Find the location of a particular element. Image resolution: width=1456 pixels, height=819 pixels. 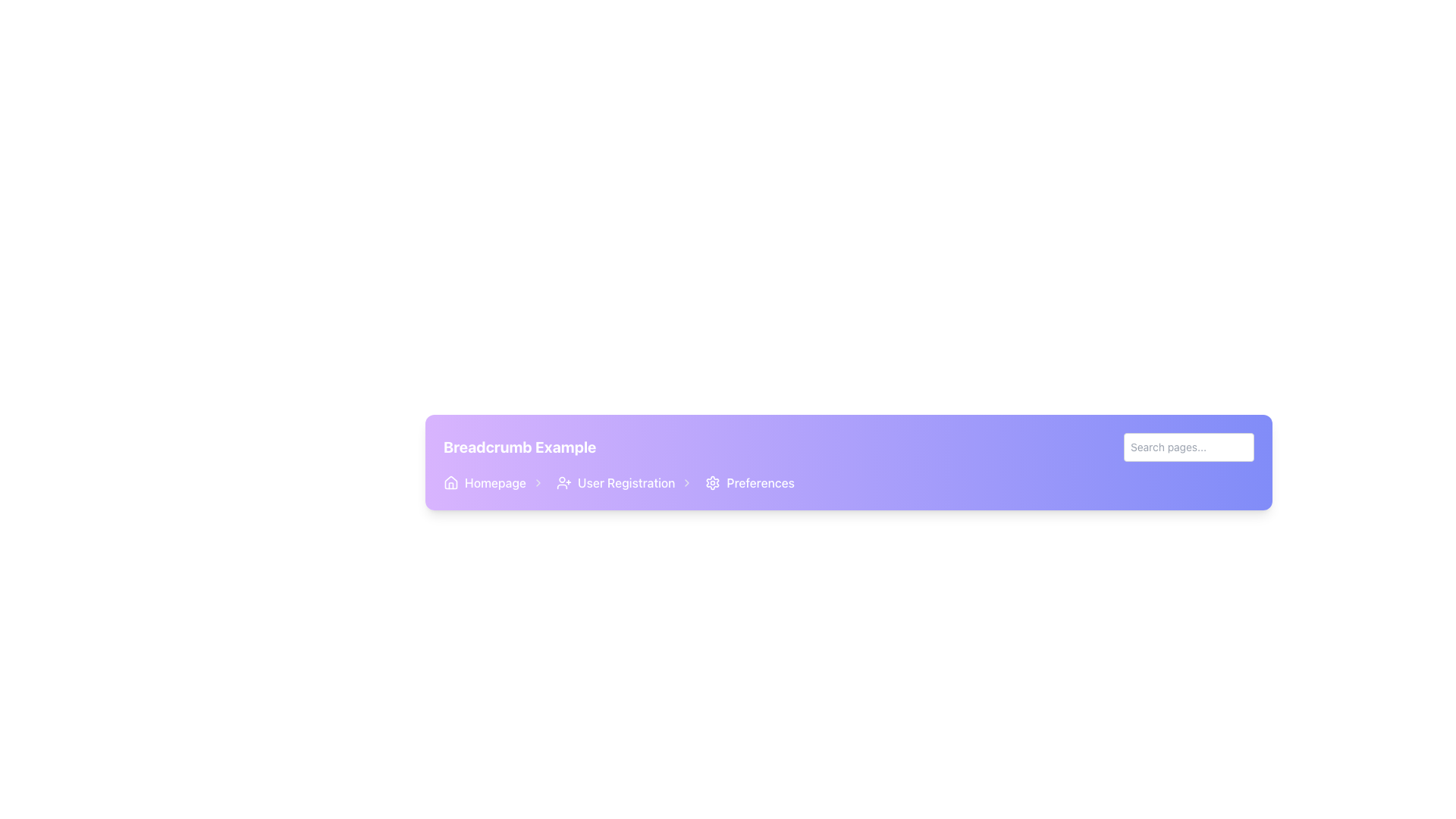

the 'User Registration' interactive text link in the breadcrumb navigation bar is located at coordinates (626, 482).